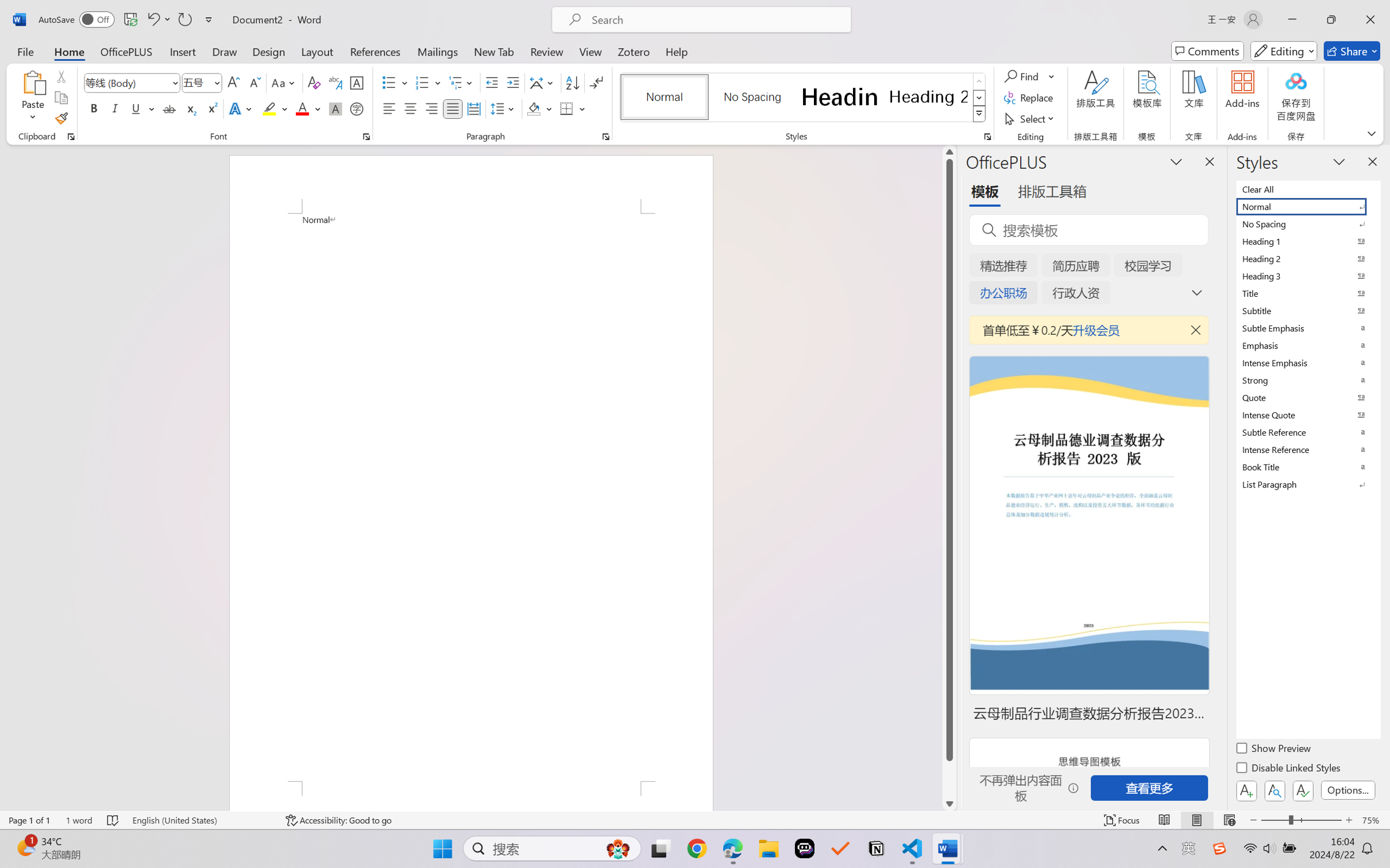 This screenshot has height=868, width=1390. Describe the element at coordinates (1274, 749) in the screenshot. I see `'Show Preview'` at that location.